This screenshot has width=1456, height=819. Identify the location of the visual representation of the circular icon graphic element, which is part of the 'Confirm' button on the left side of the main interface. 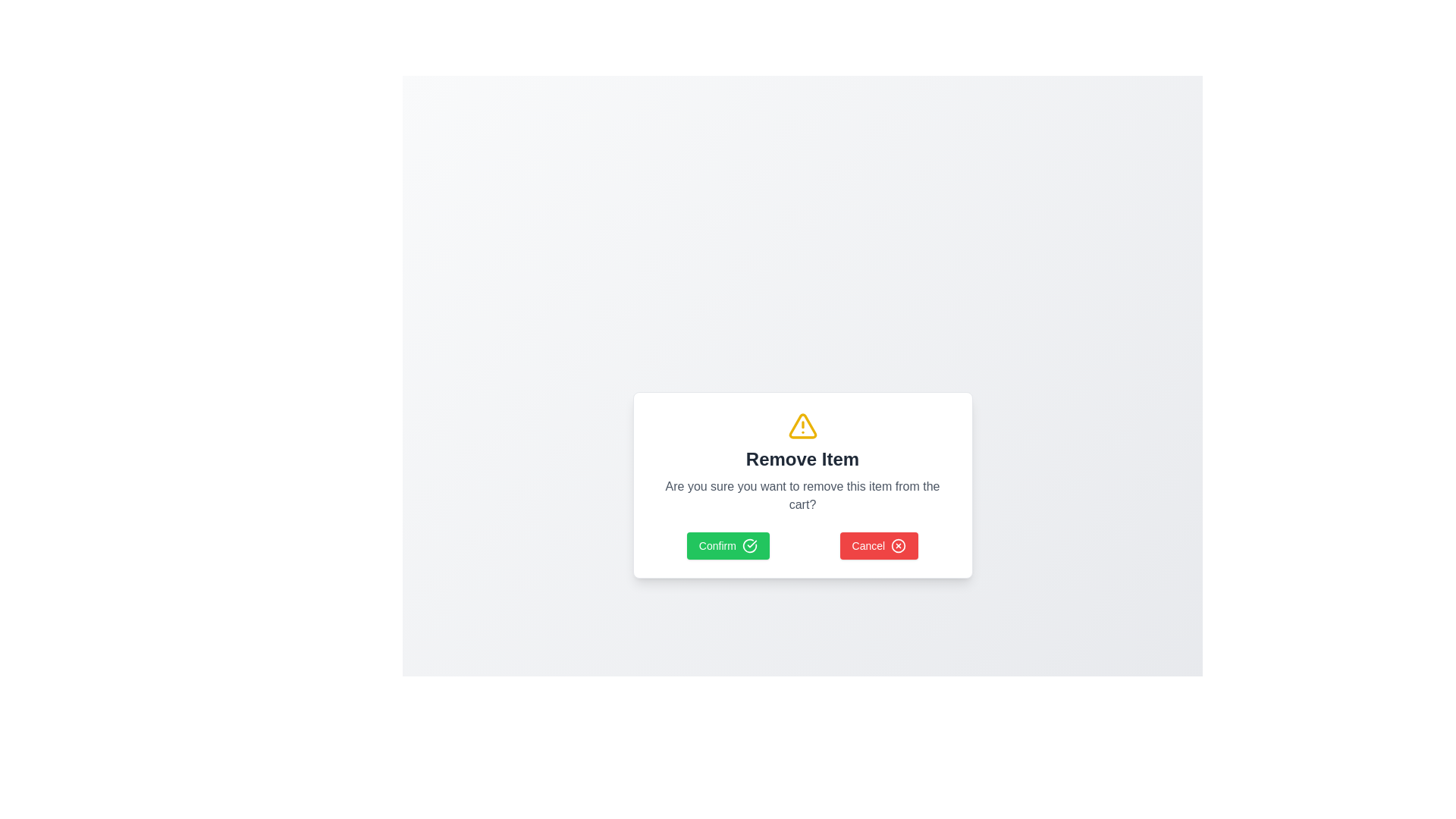
(749, 546).